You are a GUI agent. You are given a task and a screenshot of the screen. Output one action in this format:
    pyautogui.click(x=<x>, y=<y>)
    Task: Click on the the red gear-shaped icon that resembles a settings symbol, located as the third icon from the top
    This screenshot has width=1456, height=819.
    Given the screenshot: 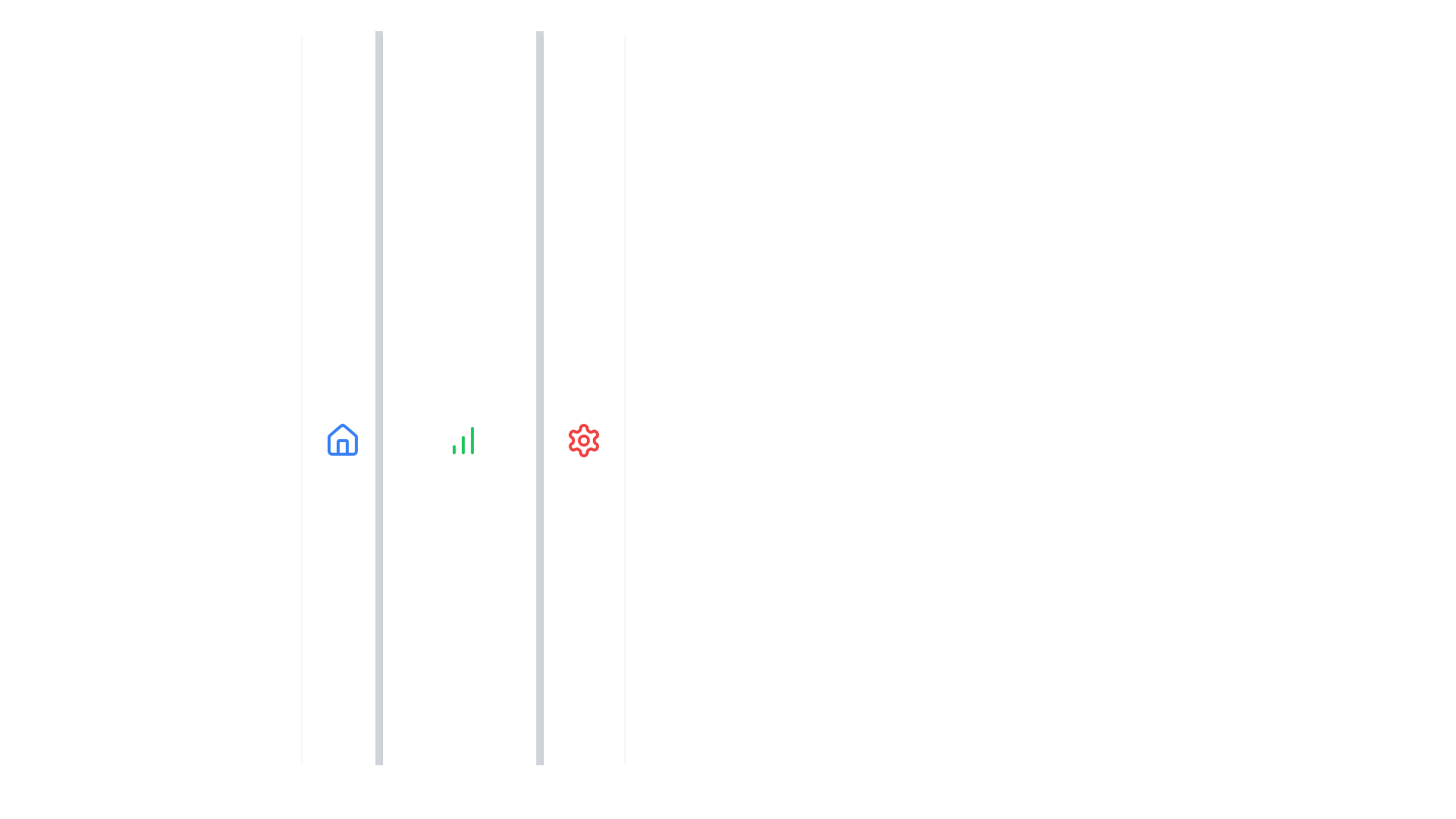 What is the action you would take?
    pyautogui.click(x=582, y=441)
    